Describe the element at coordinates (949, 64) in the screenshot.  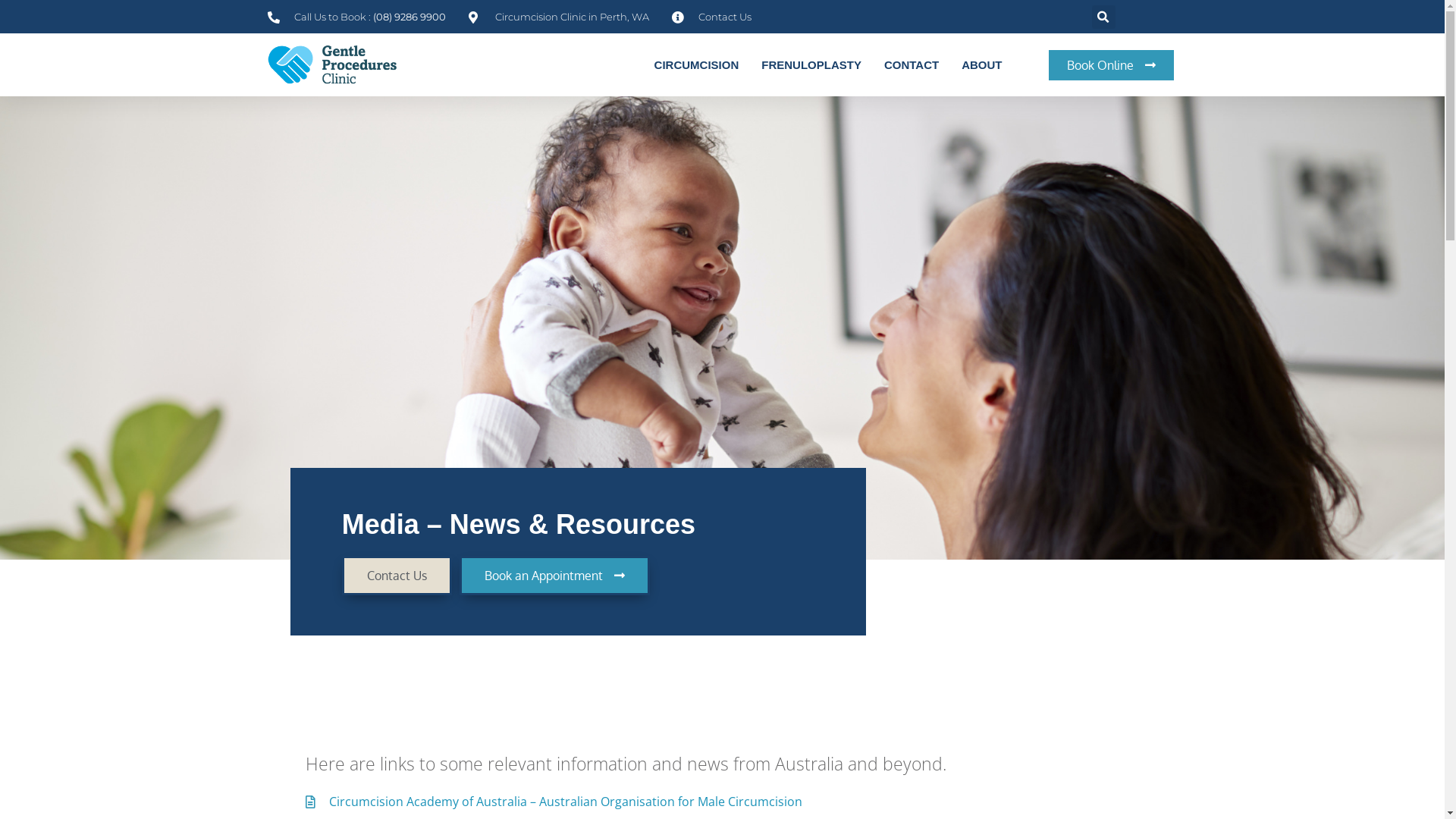
I see `'ABOUT'` at that location.